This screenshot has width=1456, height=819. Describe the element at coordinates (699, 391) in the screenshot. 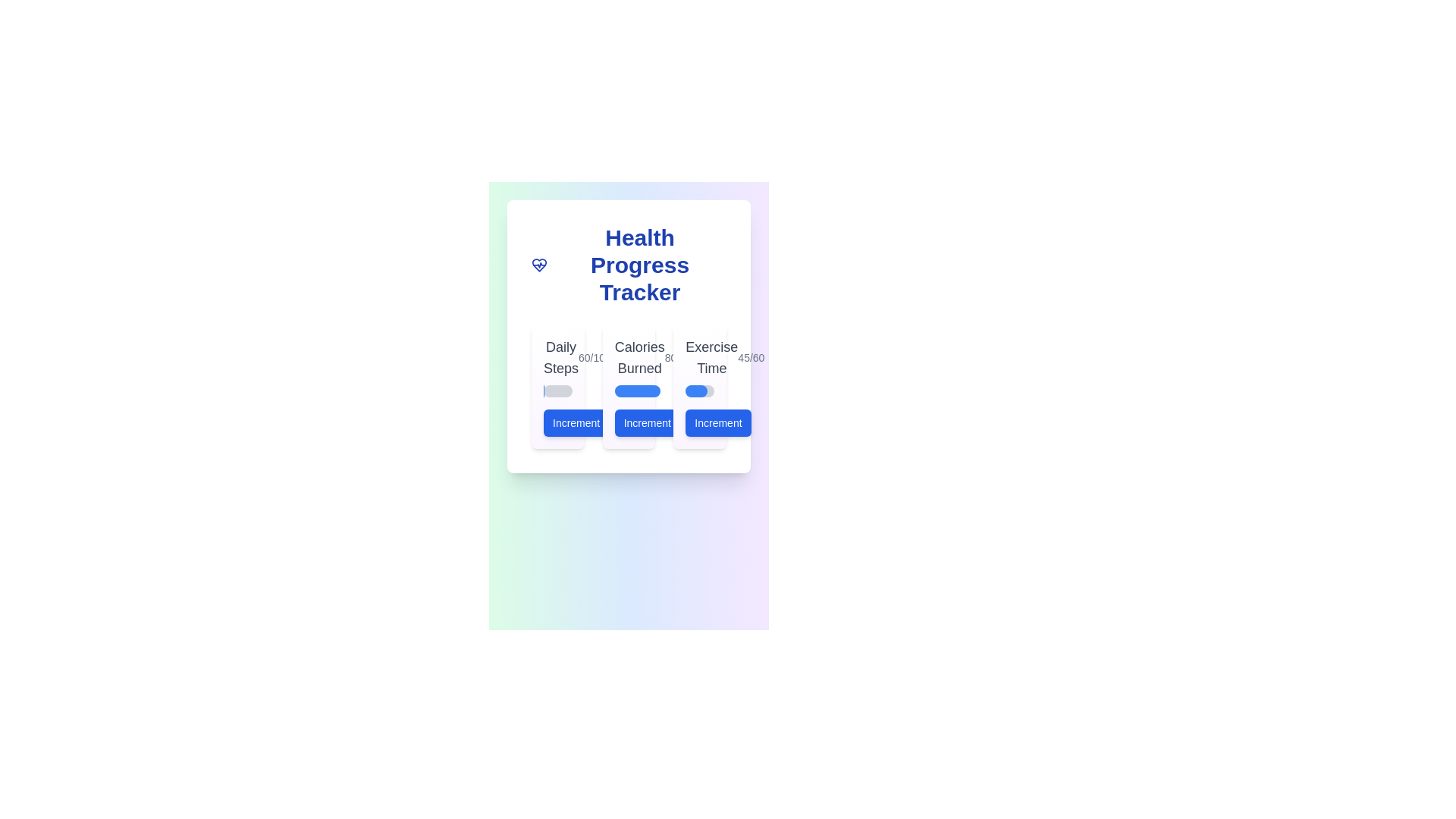

I see `the third progress bar that visually represents the completion percentage of the 'Exercise Time' task, showing 75% completion, positioned under the 'Exercise Time' label and above the 'Increment' button` at that location.